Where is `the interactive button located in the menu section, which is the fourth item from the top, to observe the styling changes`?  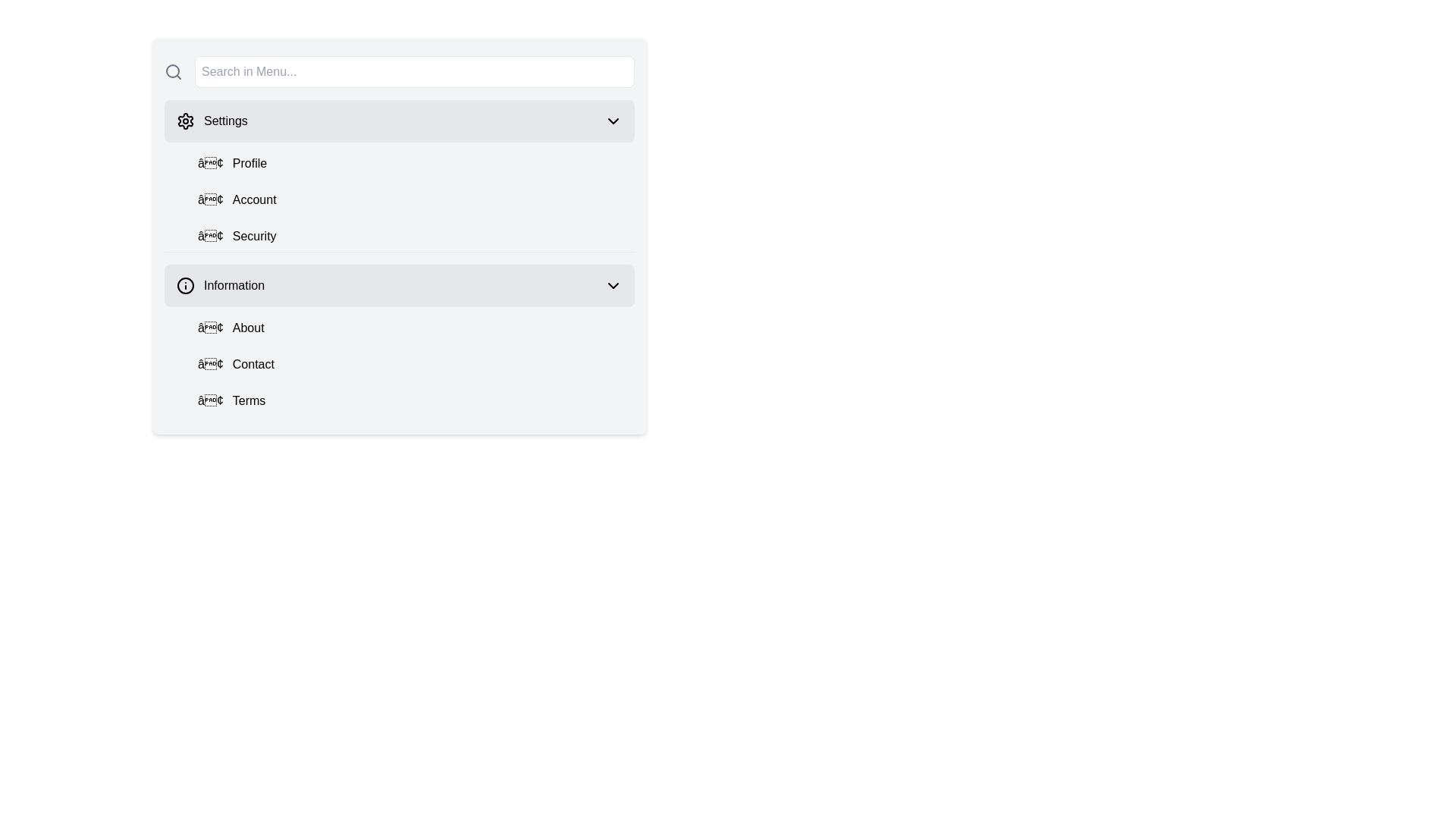 the interactive button located in the menu section, which is the fourth item from the top, to observe the styling changes is located at coordinates (400, 286).